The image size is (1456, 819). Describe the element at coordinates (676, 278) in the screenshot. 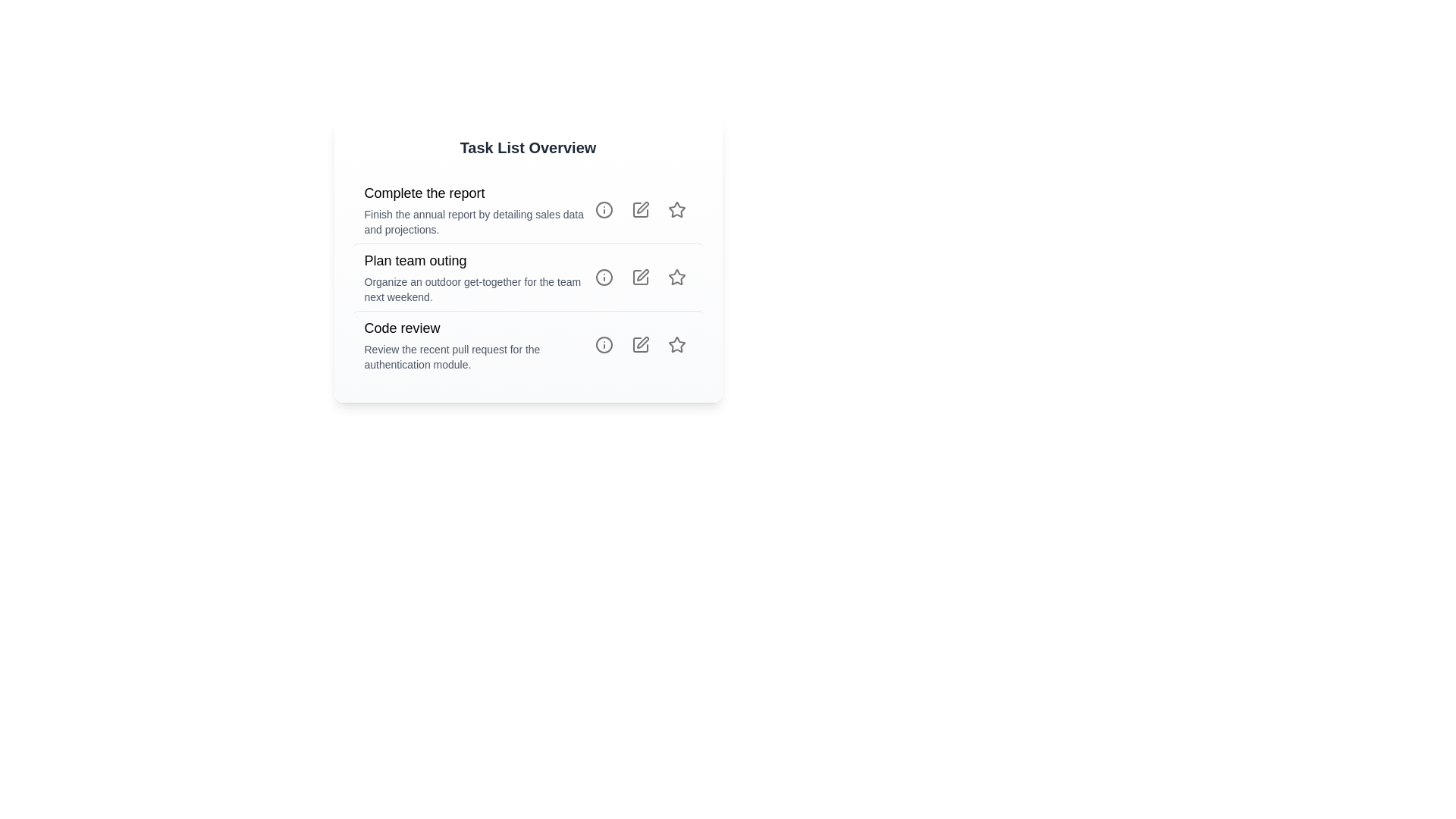

I see `the star icon button on the right side of the 'Plan team outing' task row` at that location.